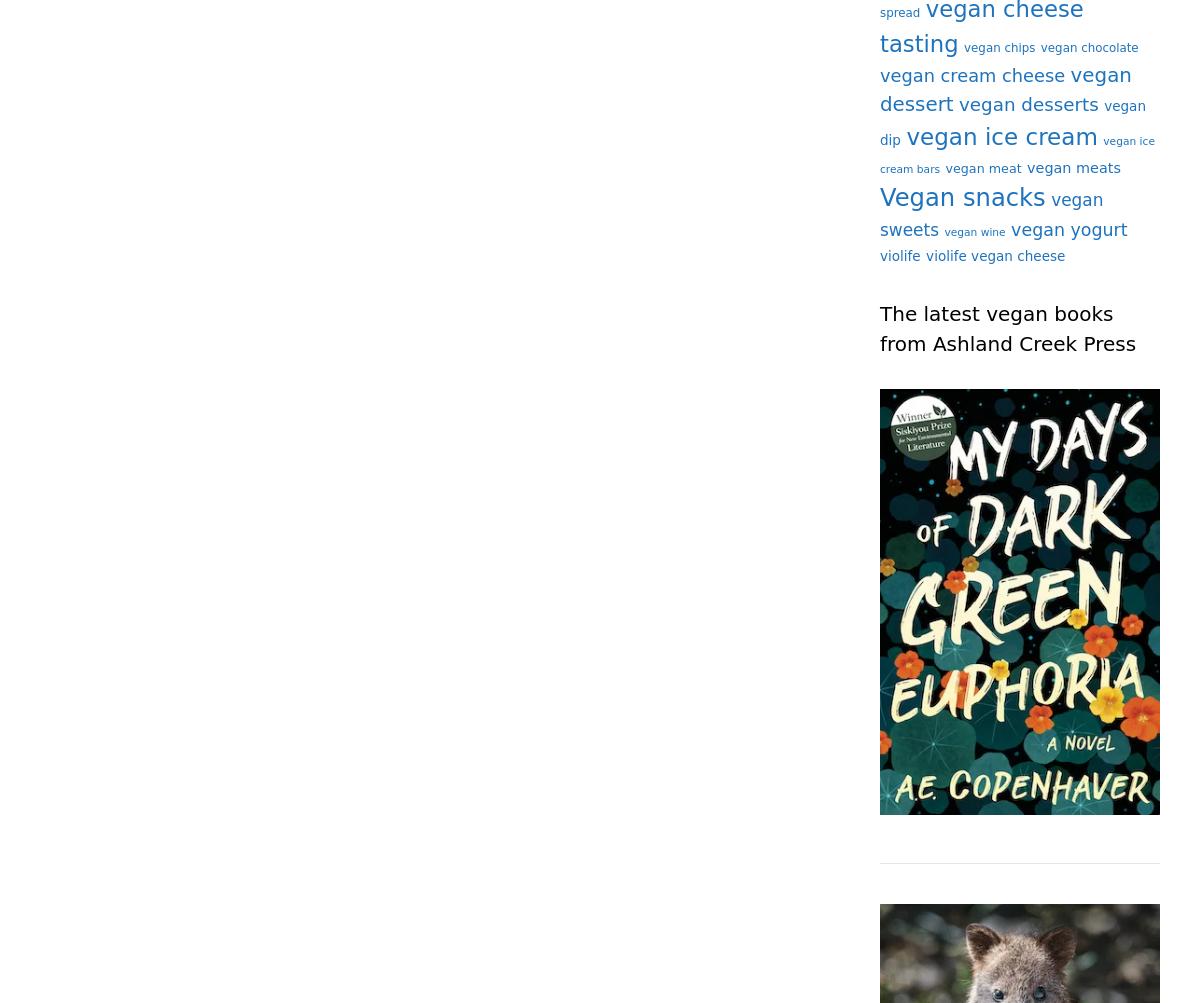 The width and height of the screenshot is (1200, 1003). Describe the element at coordinates (972, 74) in the screenshot. I see `'vegan cream cheese'` at that location.